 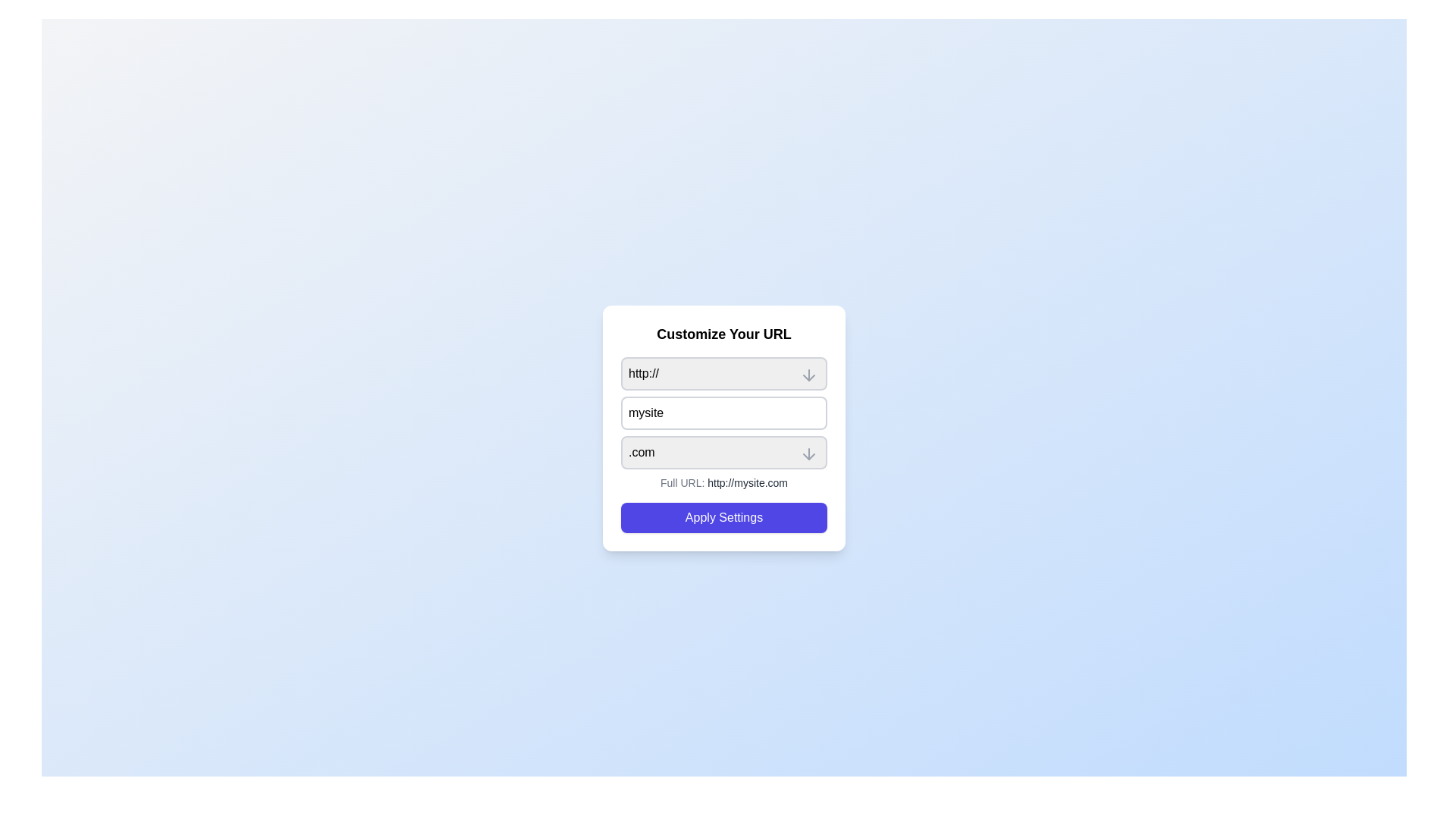 I want to click on the text label displaying 'http://mysite.com' located in the 'Customize Your URL' dialog, positioned above the 'Apply Settings' button, so click(x=748, y=482).